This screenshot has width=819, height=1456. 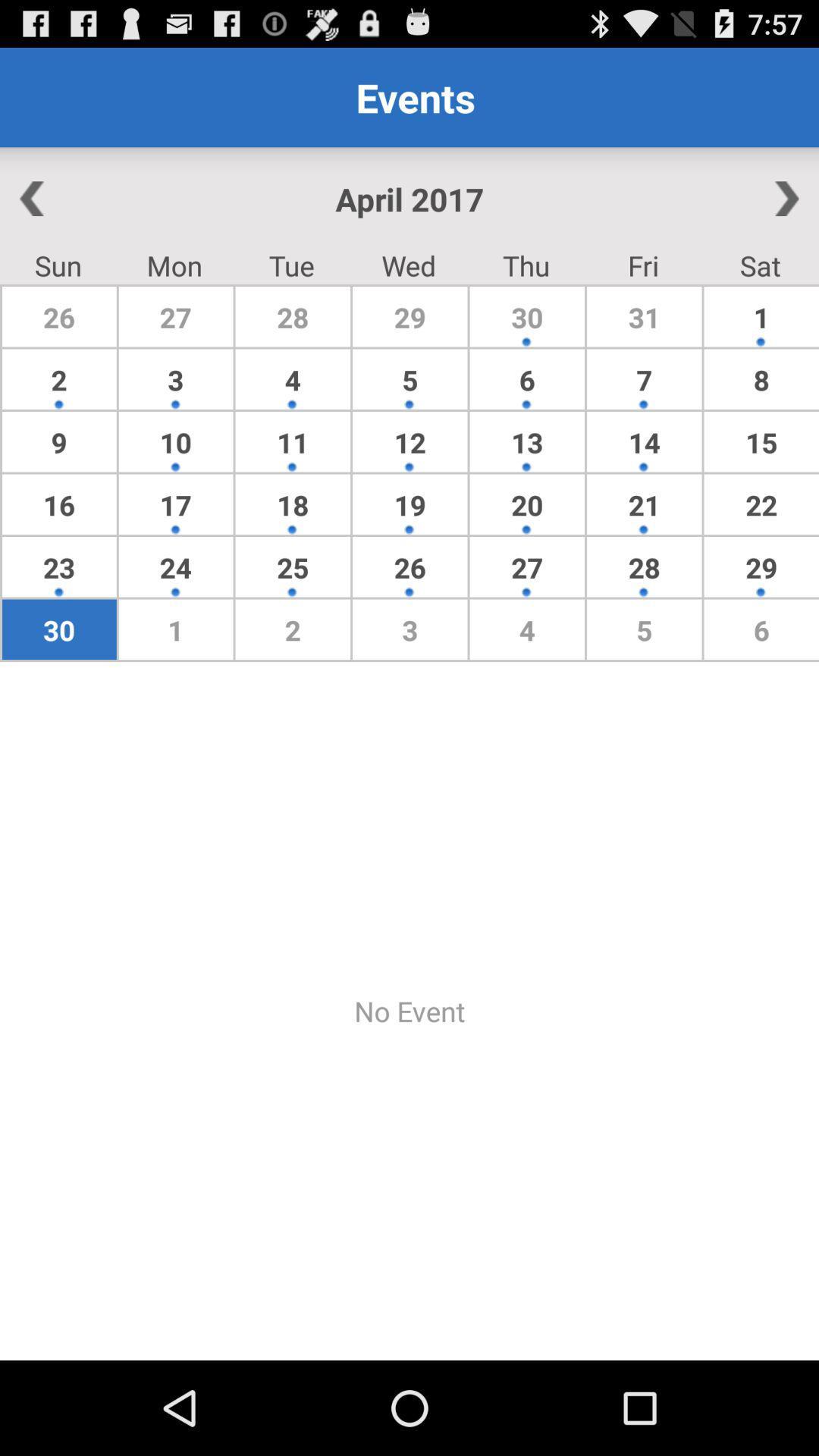 What do you see at coordinates (644, 504) in the screenshot?
I see `the item next to 15` at bounding box center [644, 504].